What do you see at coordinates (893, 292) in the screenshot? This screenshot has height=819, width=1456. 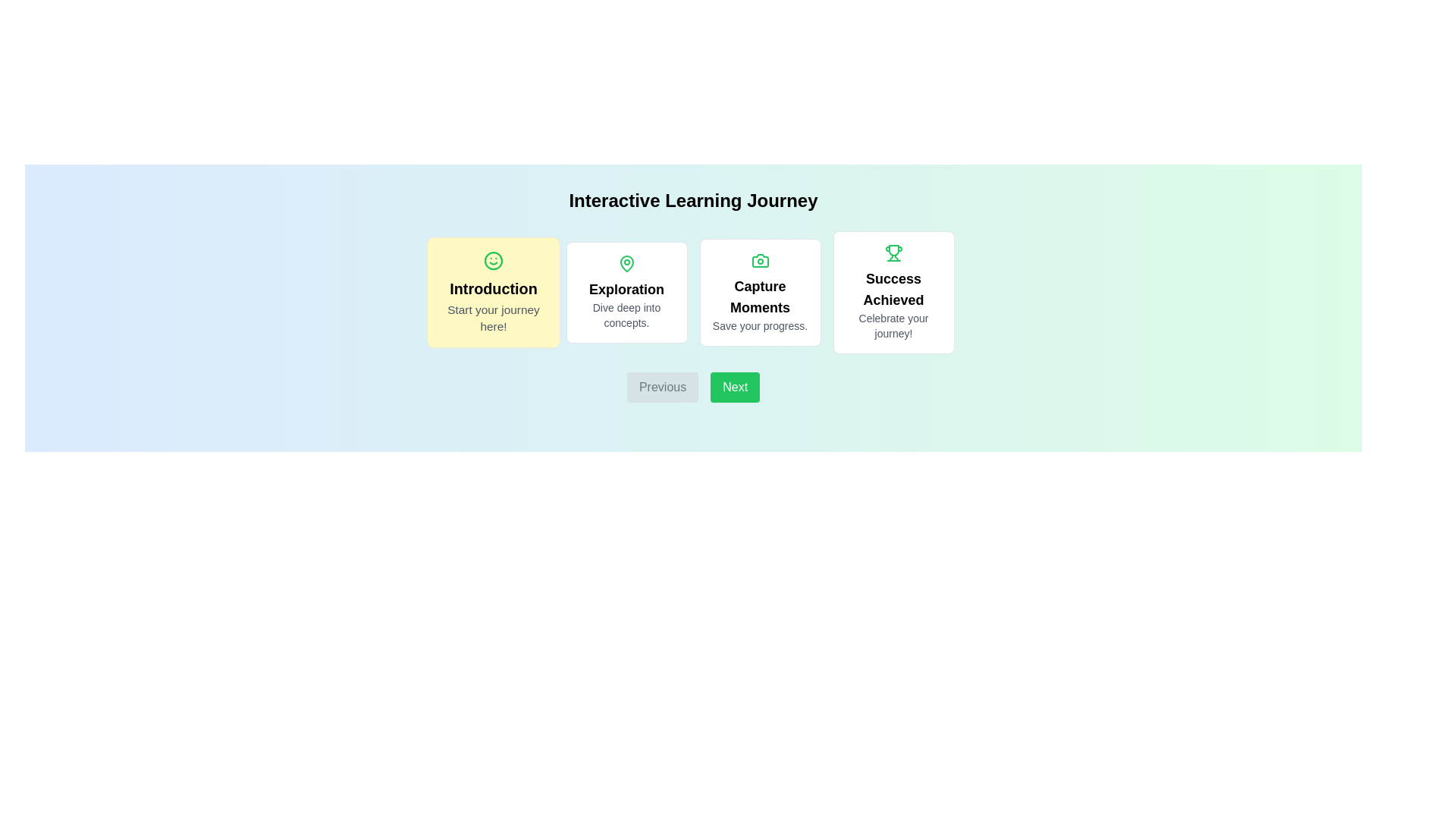 I see `the card corresponding to the journey step Success Achieved` at bounding box center [893, 292].